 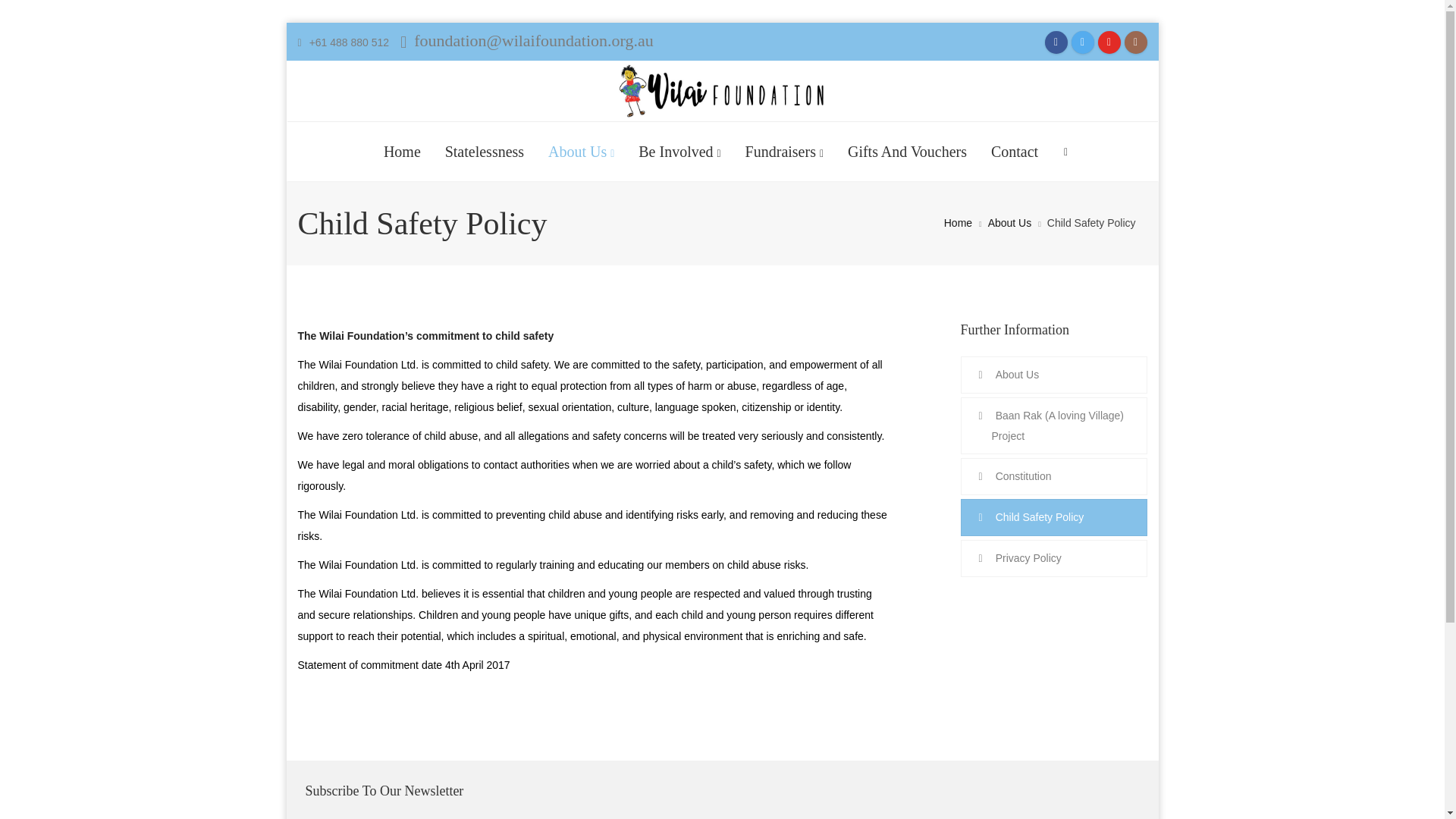 What do you see at coordinates (628, 152) in the screenshot?
I see `'Be Involved'` at bounding box center [628, 152].